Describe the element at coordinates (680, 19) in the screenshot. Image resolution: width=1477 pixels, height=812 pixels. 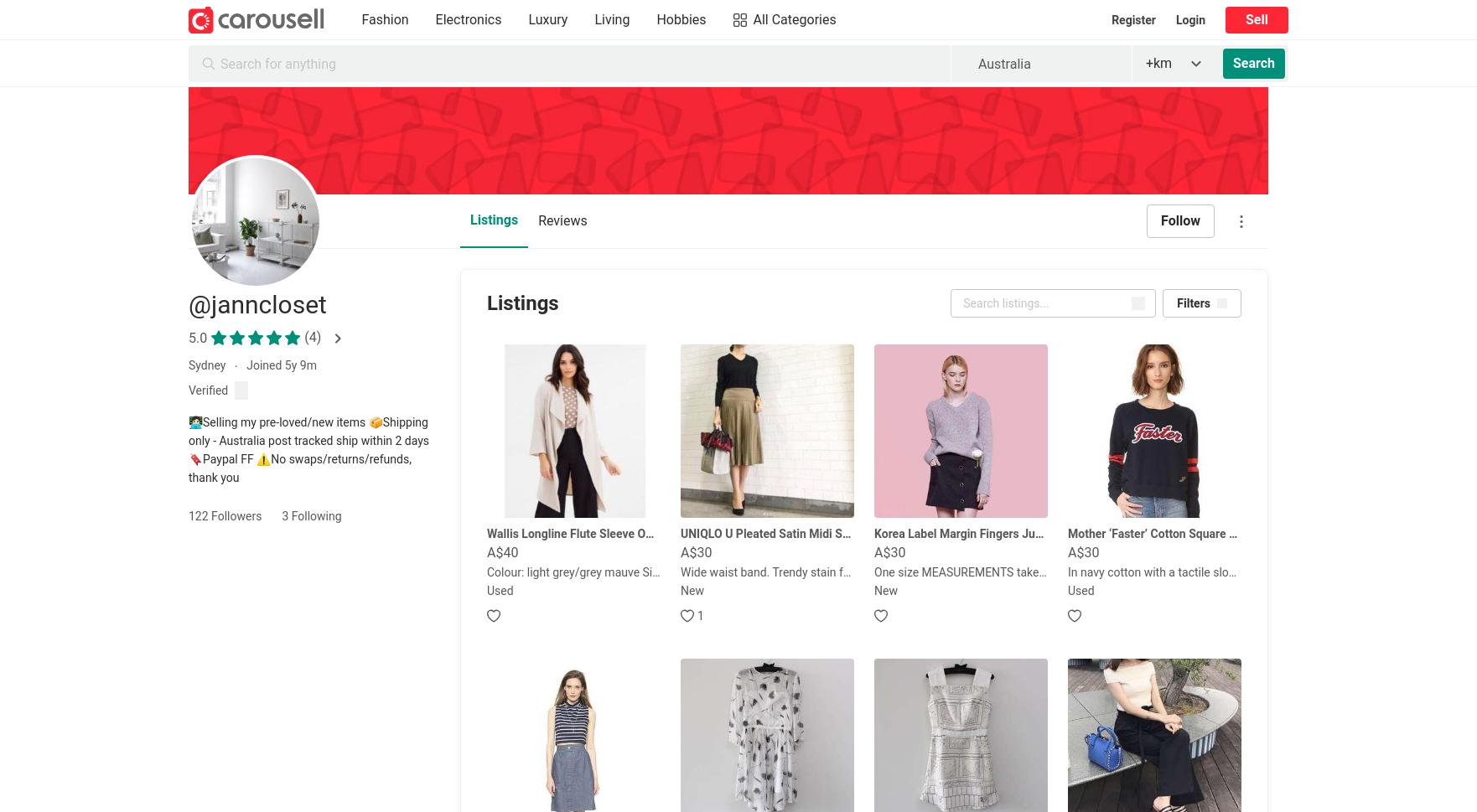
I see `'Hobbies'` at that location.